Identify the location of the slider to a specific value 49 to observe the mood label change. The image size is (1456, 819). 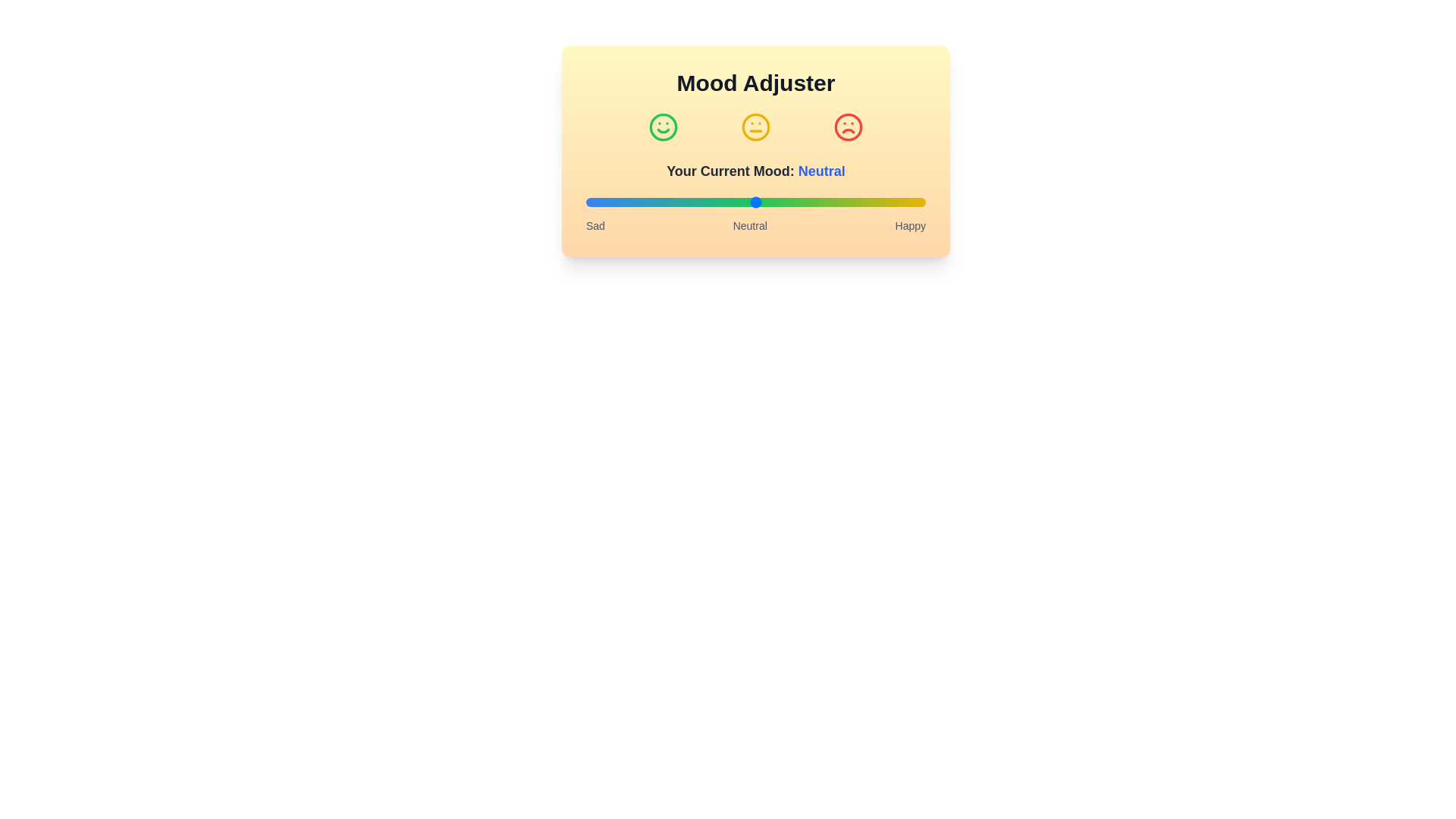
(752, 201).